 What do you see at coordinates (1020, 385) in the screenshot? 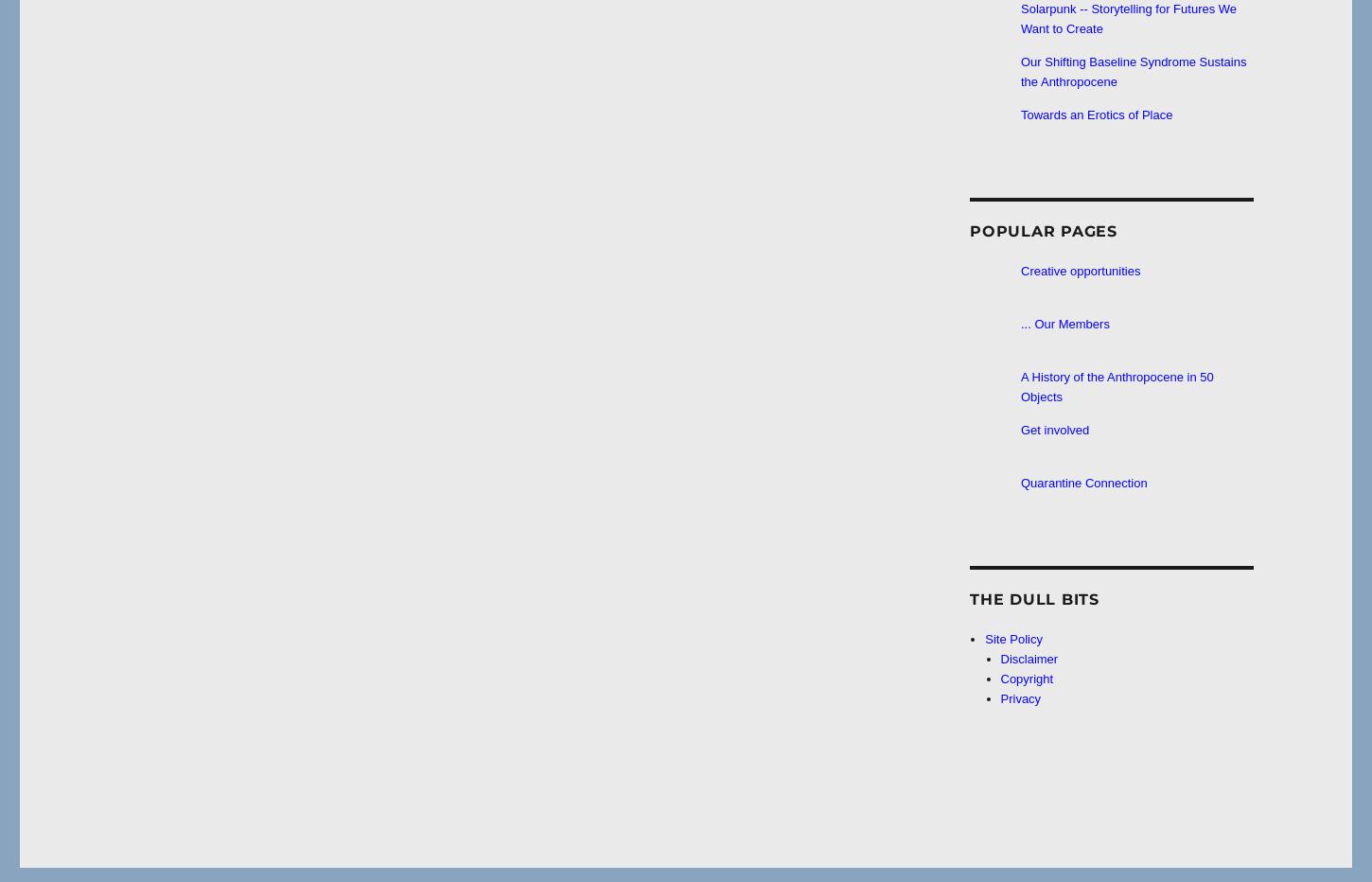
I see `'A History of the Anthropocene in 50 Objects'` at bounding box center [1020, 385].